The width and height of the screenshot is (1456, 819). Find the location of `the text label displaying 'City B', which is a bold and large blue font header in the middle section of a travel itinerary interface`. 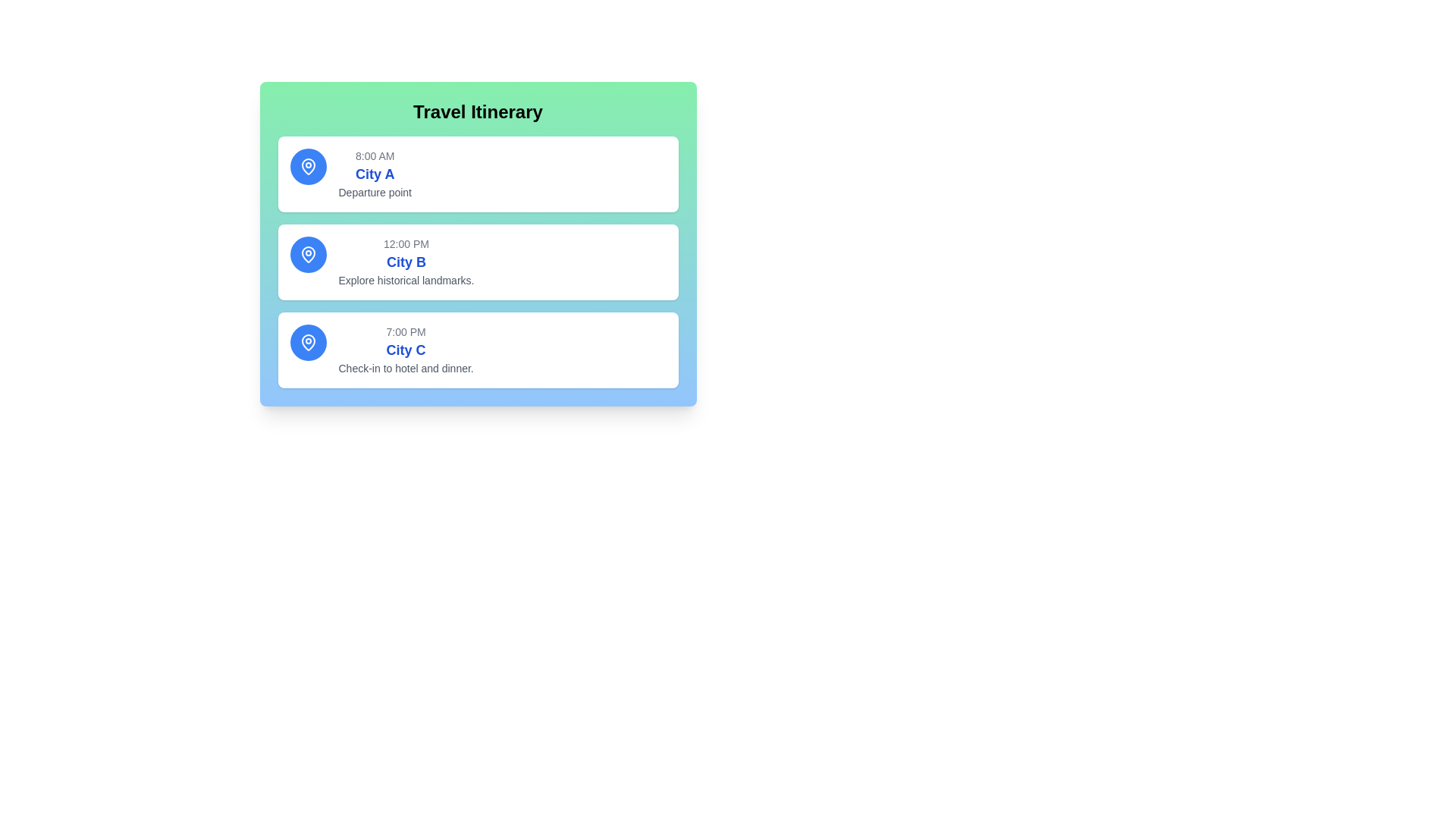

the text label displaying 'City B', which is a bold and large blue font header in the middle section of a travel itinerary interface is located at coordinates (406, 262).